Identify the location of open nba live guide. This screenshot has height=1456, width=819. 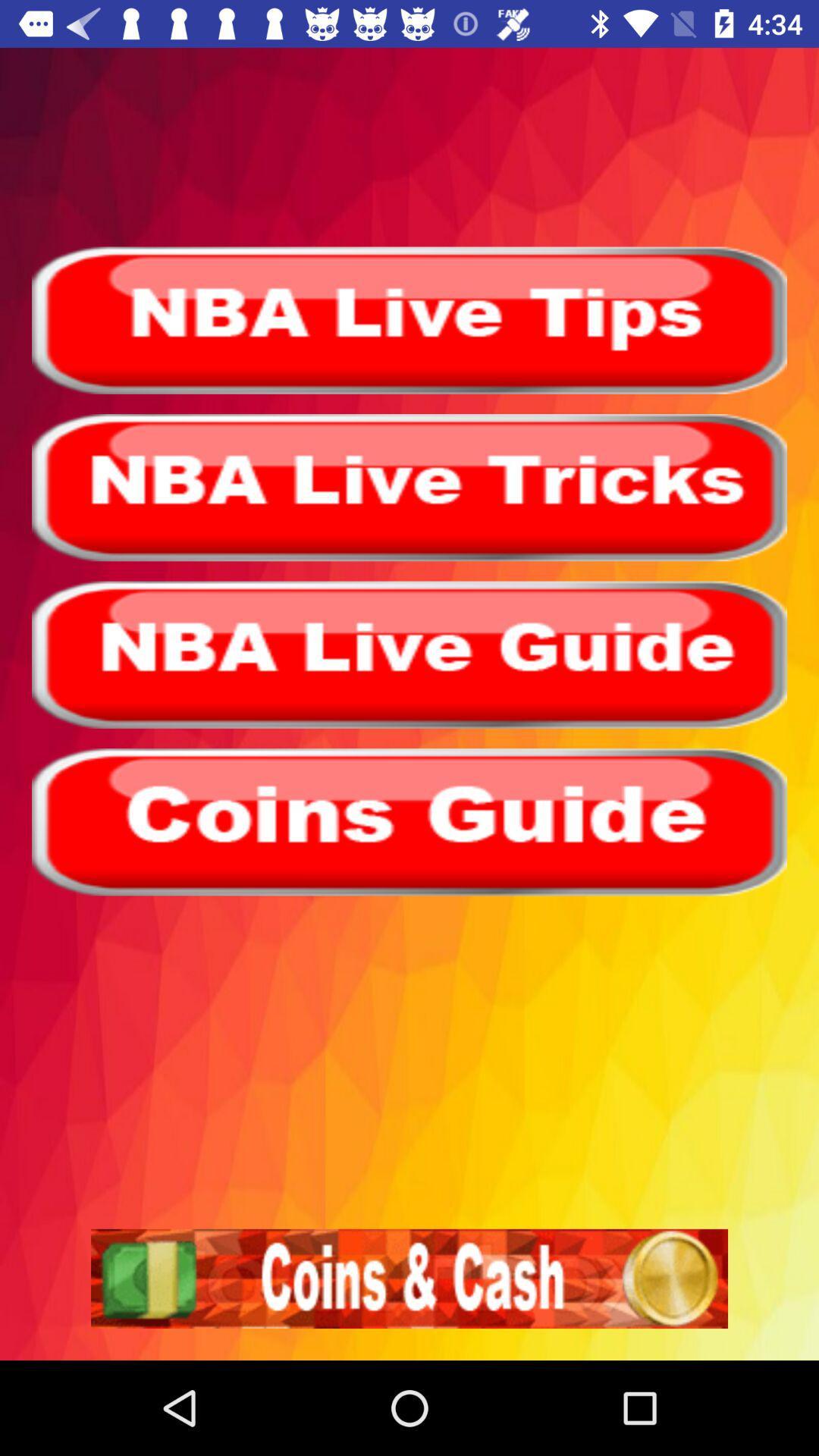
(409, 654).